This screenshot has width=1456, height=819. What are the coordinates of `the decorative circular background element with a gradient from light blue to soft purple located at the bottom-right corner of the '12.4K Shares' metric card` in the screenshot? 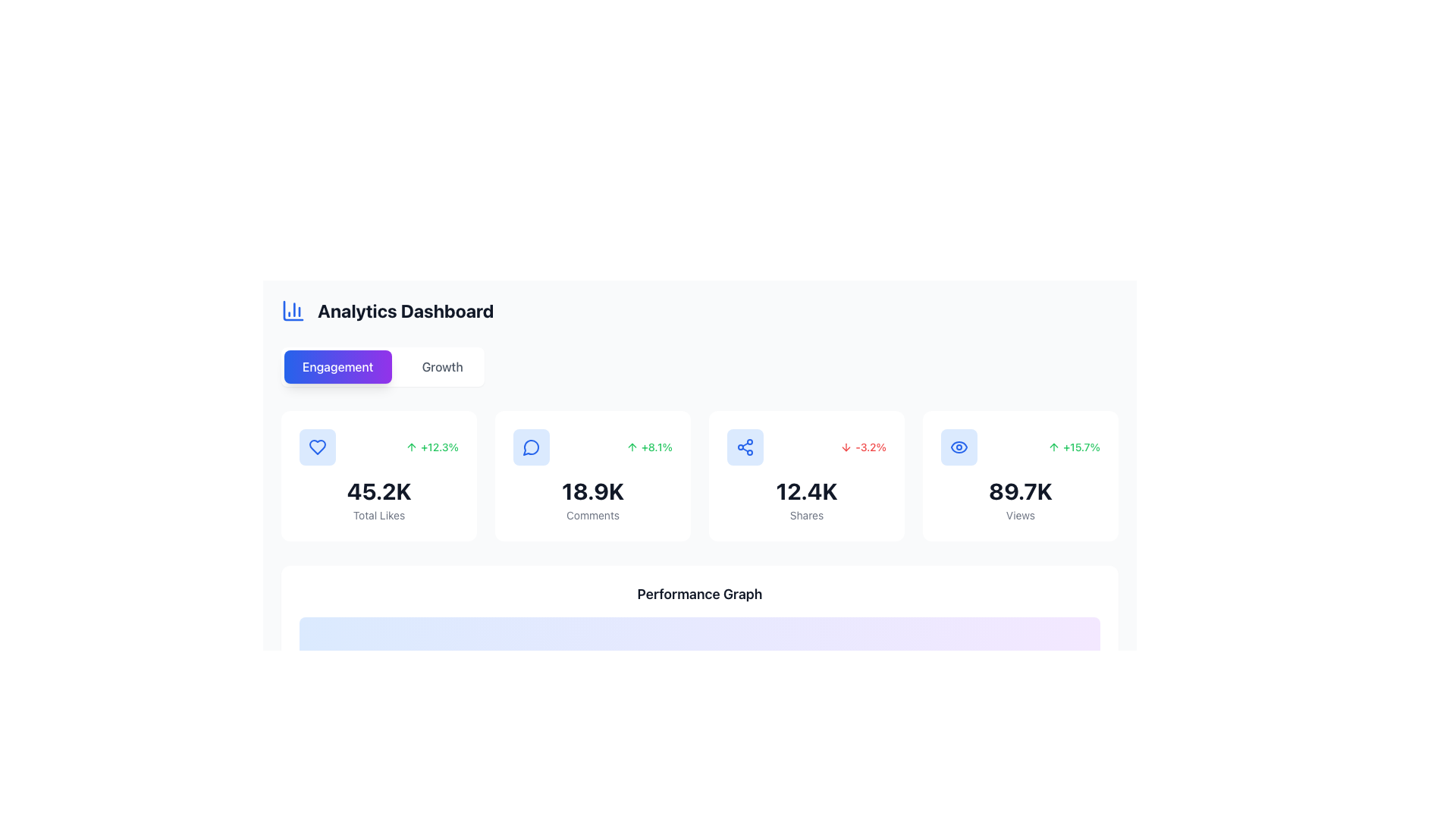 It's located at (880, 516).